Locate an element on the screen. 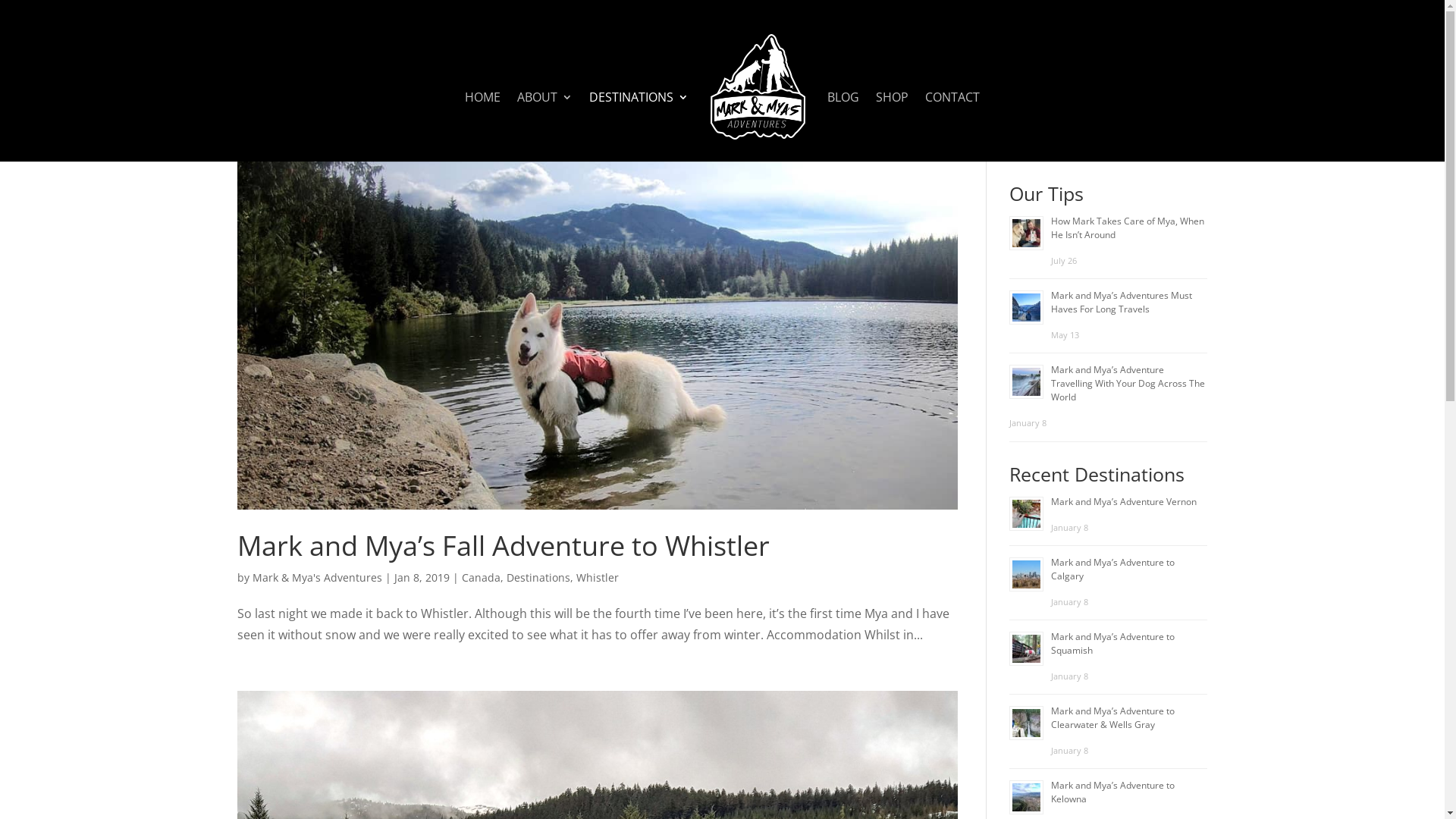 The width and height of the screenshot is (1456, 819). 'HOME' is located at coordinates (482, 125).